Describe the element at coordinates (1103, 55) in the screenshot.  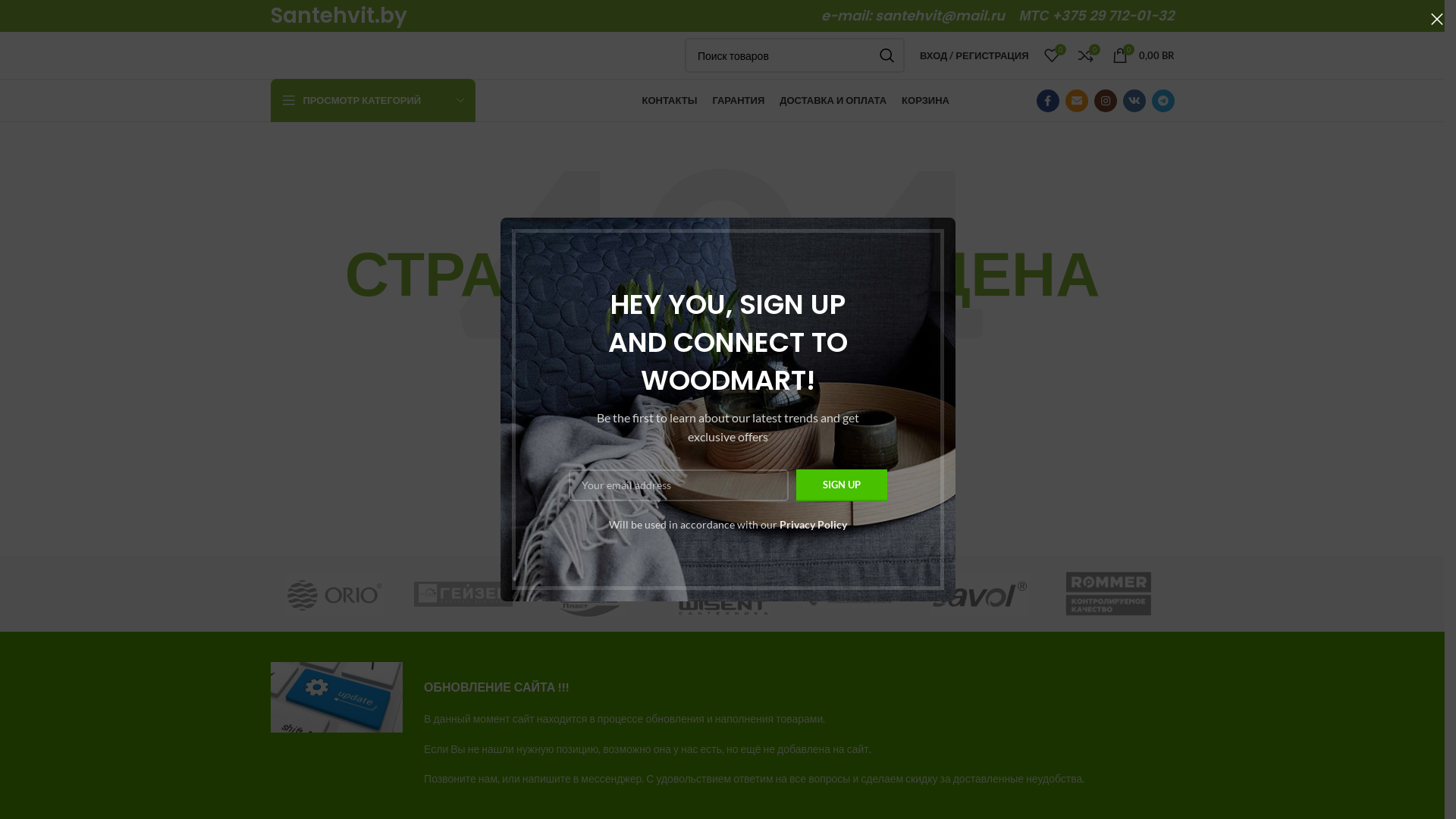
I see `'0` at that location.